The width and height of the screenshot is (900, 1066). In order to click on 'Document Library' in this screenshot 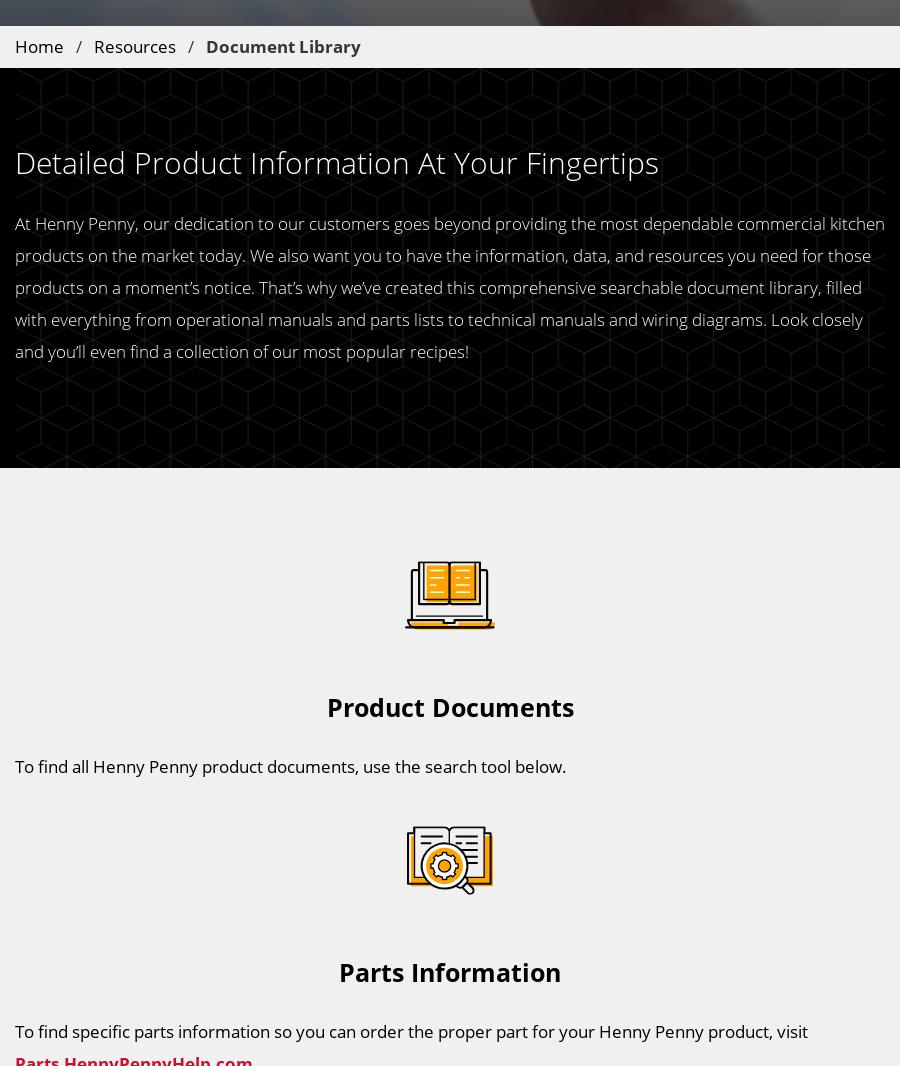, I will do `click(282, 44)`.